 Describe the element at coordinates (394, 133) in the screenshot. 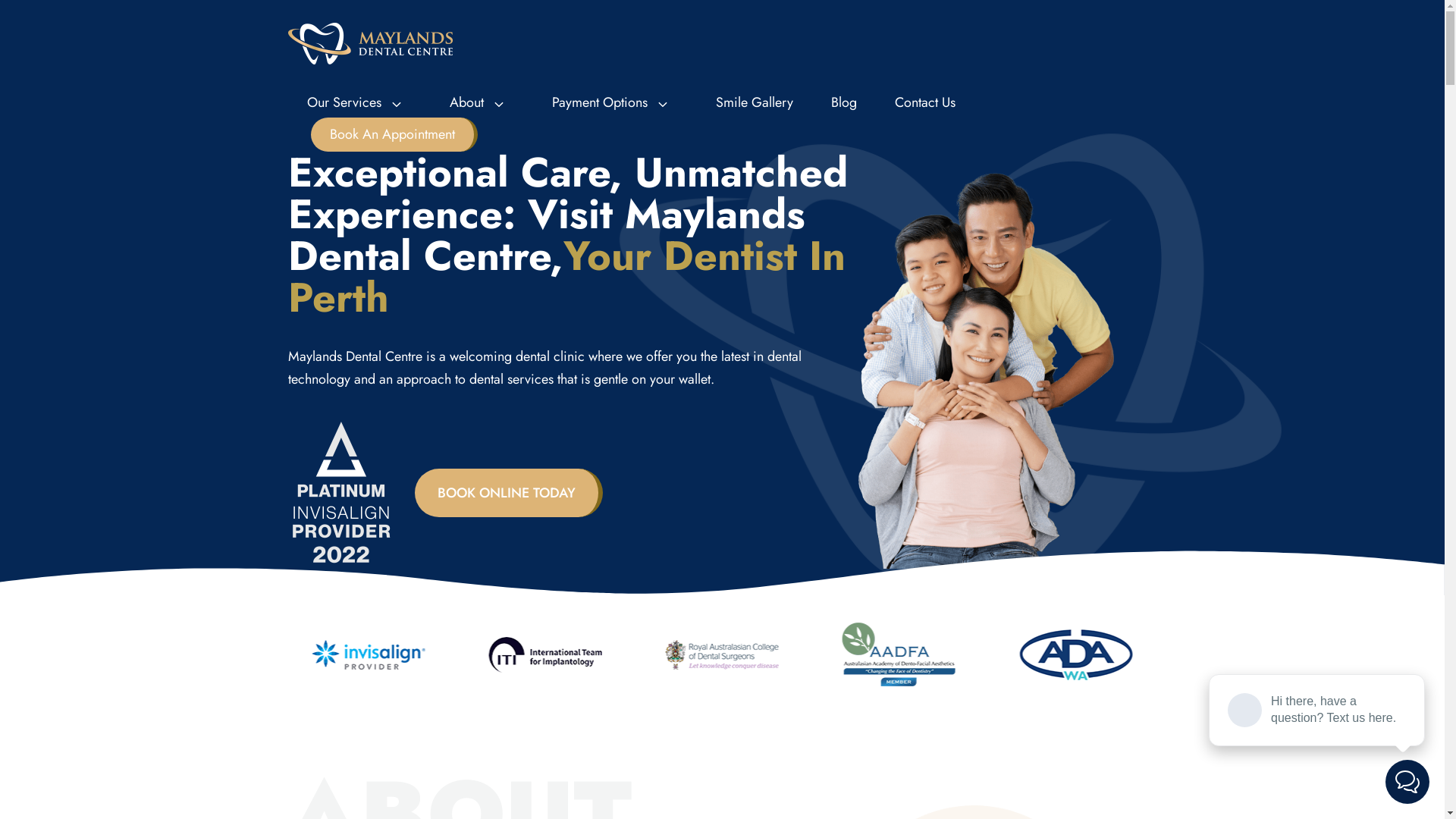

I see `'Book An Appointment'` at that location.